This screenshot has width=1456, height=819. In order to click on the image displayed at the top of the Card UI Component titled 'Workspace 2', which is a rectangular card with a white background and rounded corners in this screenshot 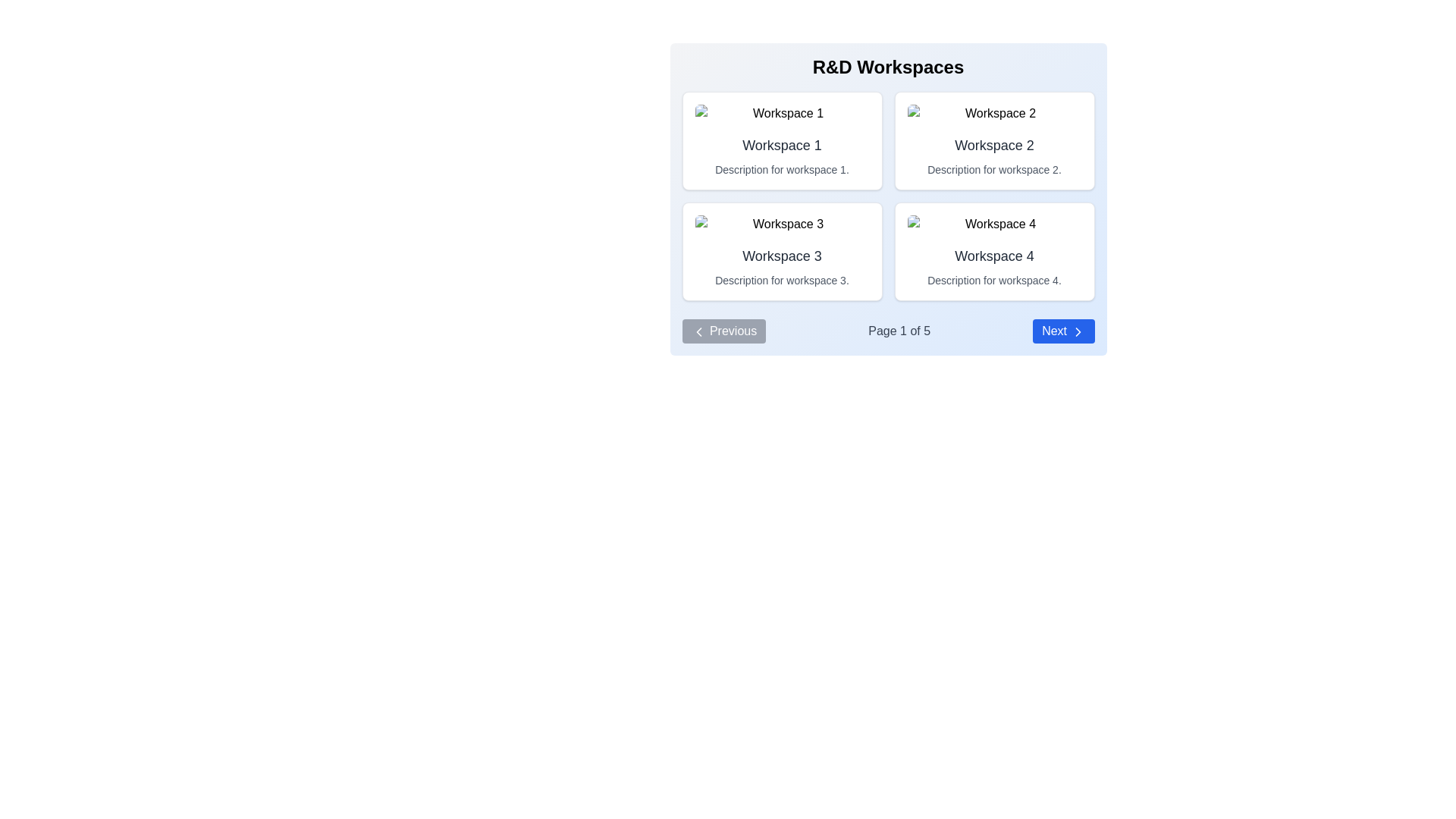, I will do `click(994, 140)`.